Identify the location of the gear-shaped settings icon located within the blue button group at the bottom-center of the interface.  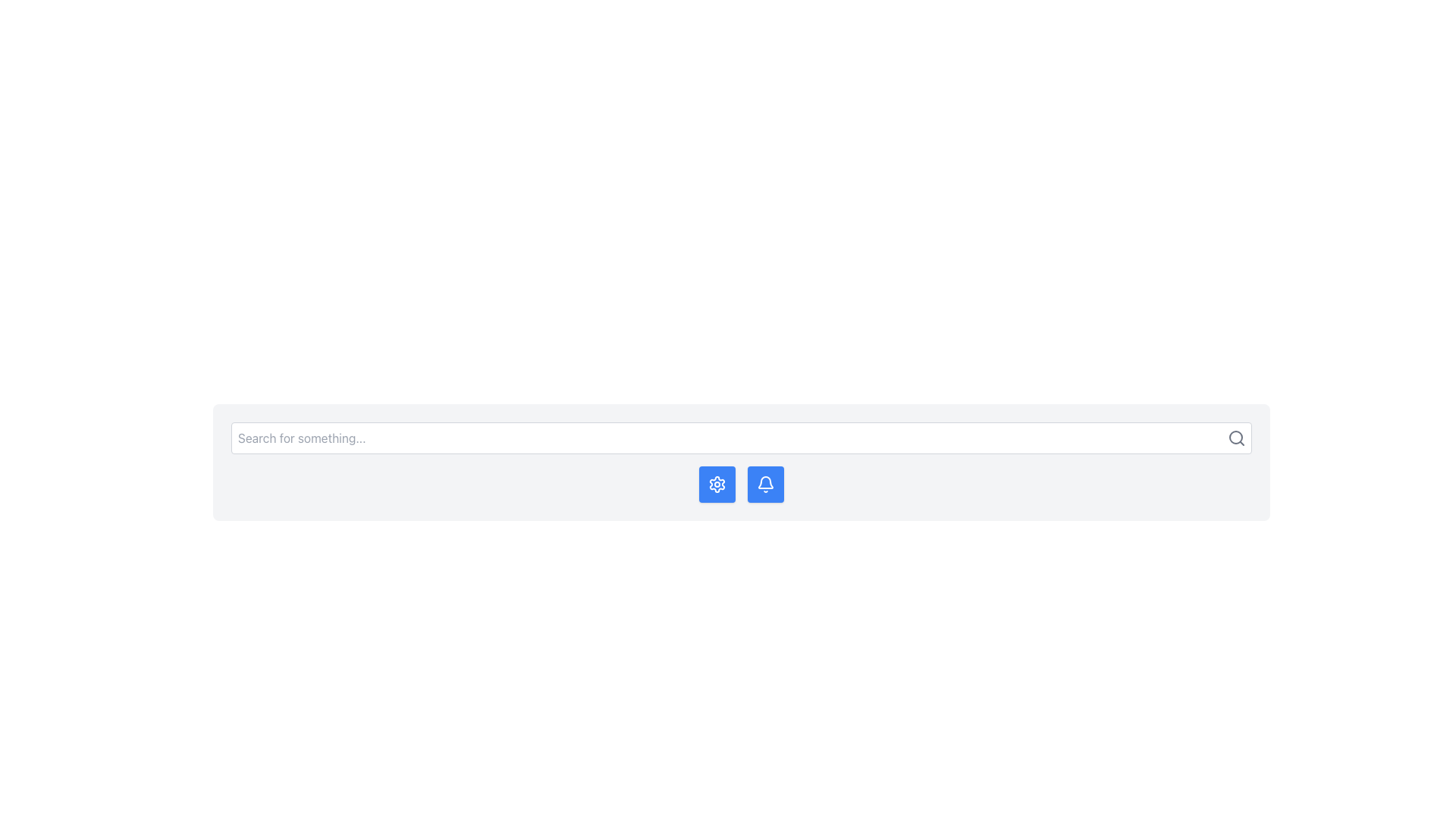
(716, 485).